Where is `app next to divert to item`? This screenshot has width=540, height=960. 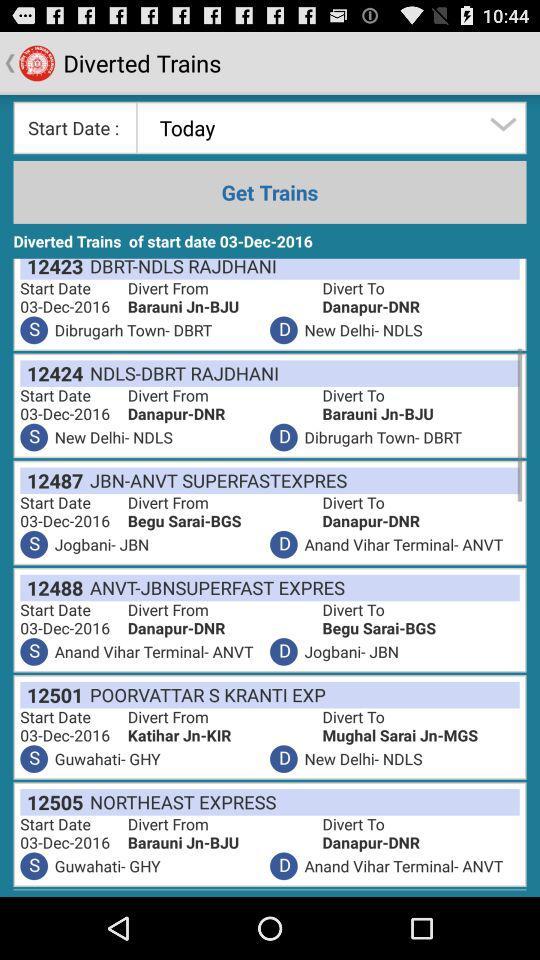
app next to divert to item is located at coordinates (179, 802).